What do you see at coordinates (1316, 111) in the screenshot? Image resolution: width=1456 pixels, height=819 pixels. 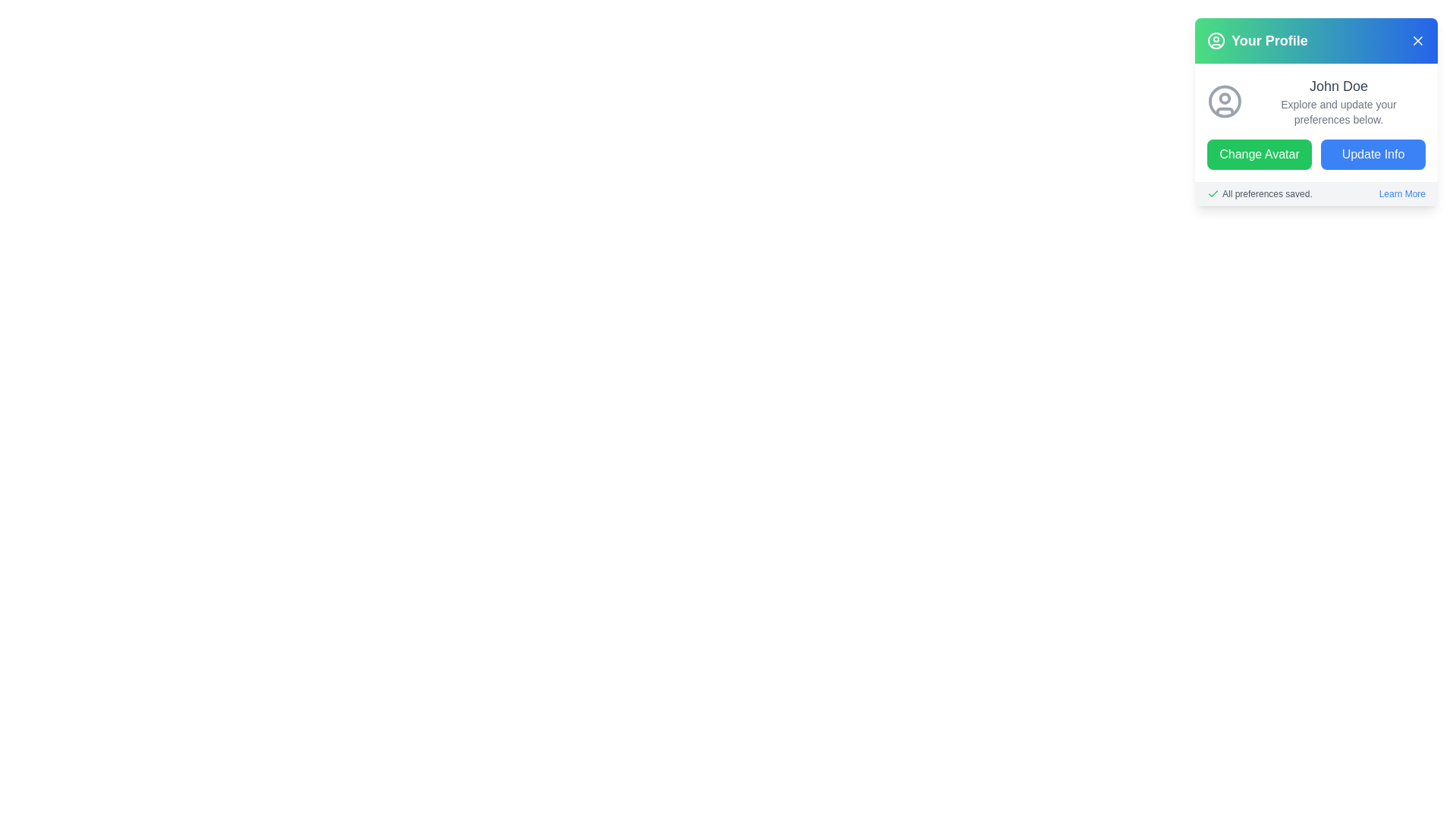 I see `the informational text displaying the user's name 'John Doe' and the message 'Explore and update your preferences below' located in the 'Your Profile' panel` at bounding box center [1316, 111].